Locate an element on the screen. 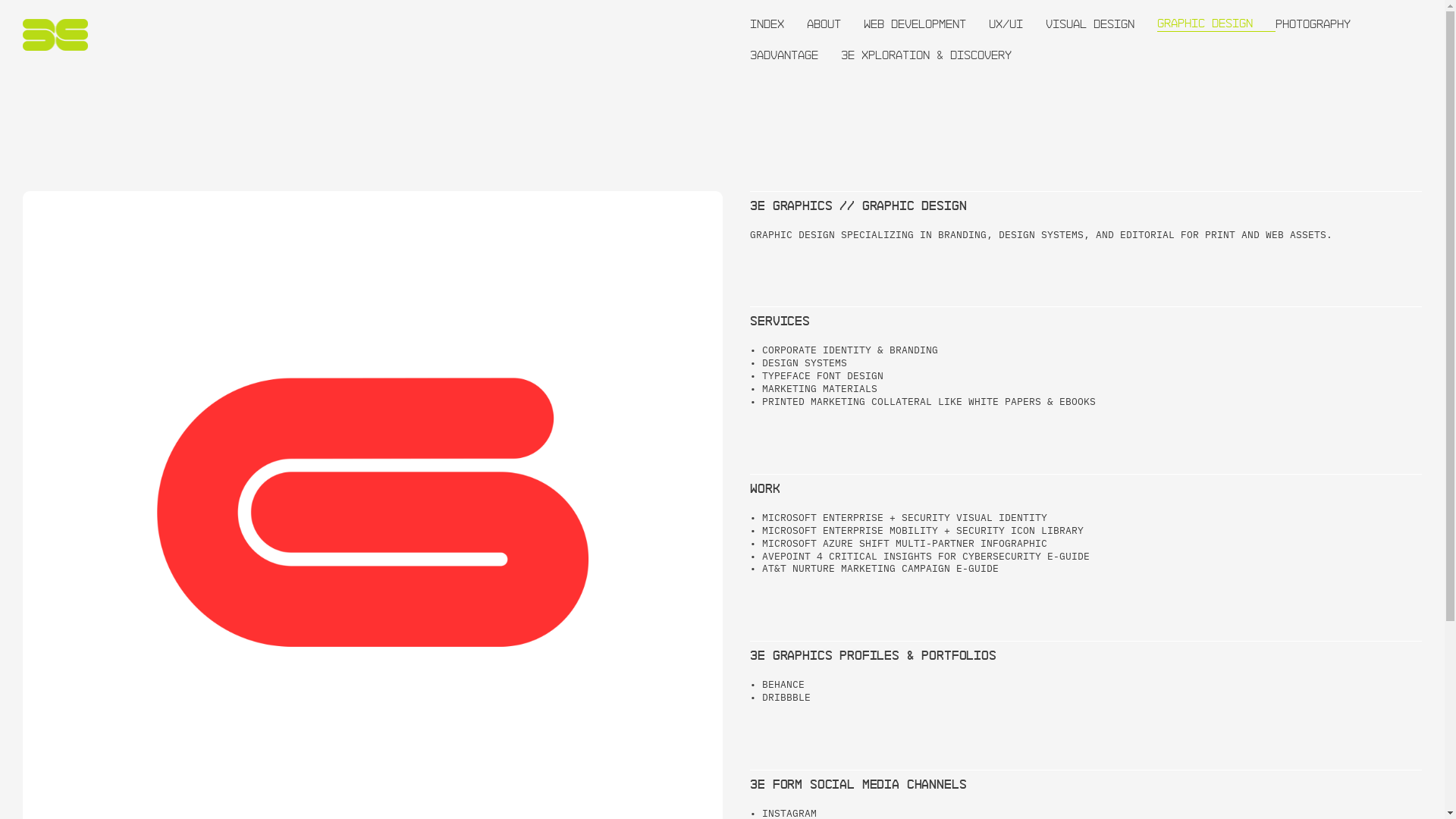 The height and width of the screenshot is (819, 1456). 'DRIBBBLE' is located at coordinates (761, 697).